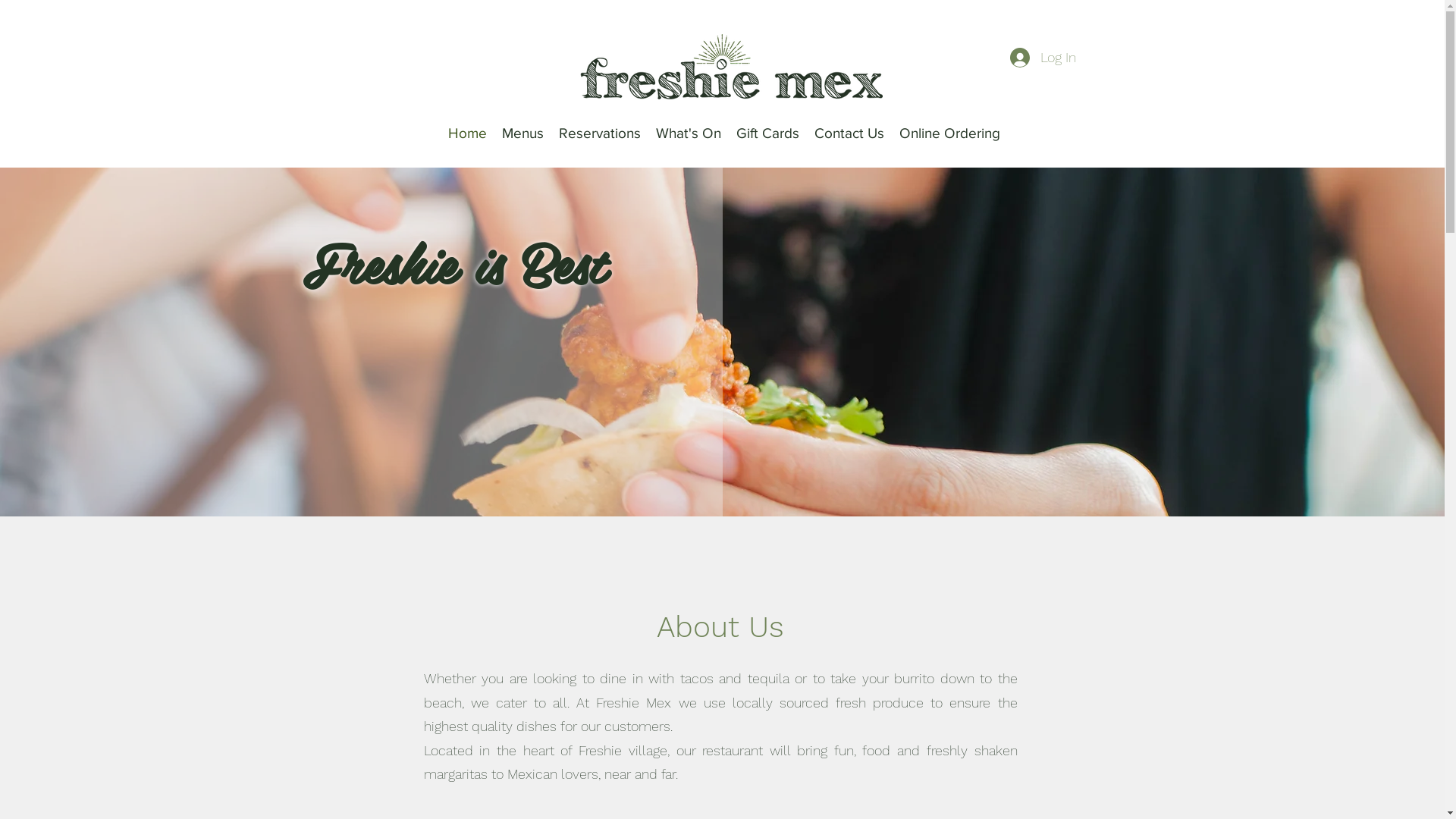  Describe the element at coordinates (687, 133) in the screenshot. I see `'What's On'` at that location.